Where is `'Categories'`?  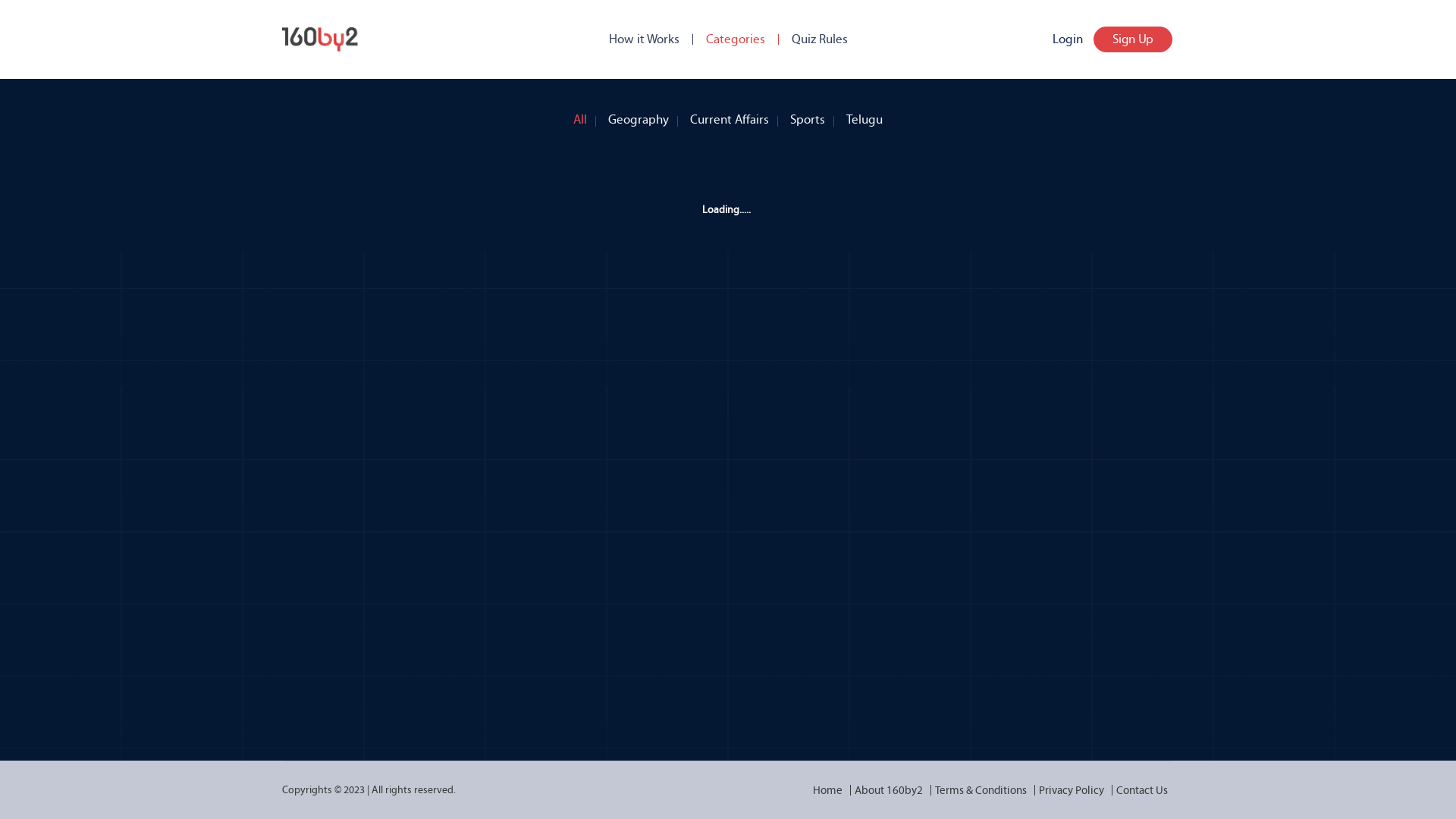 'Categories' is located at coordinates (704, 38).